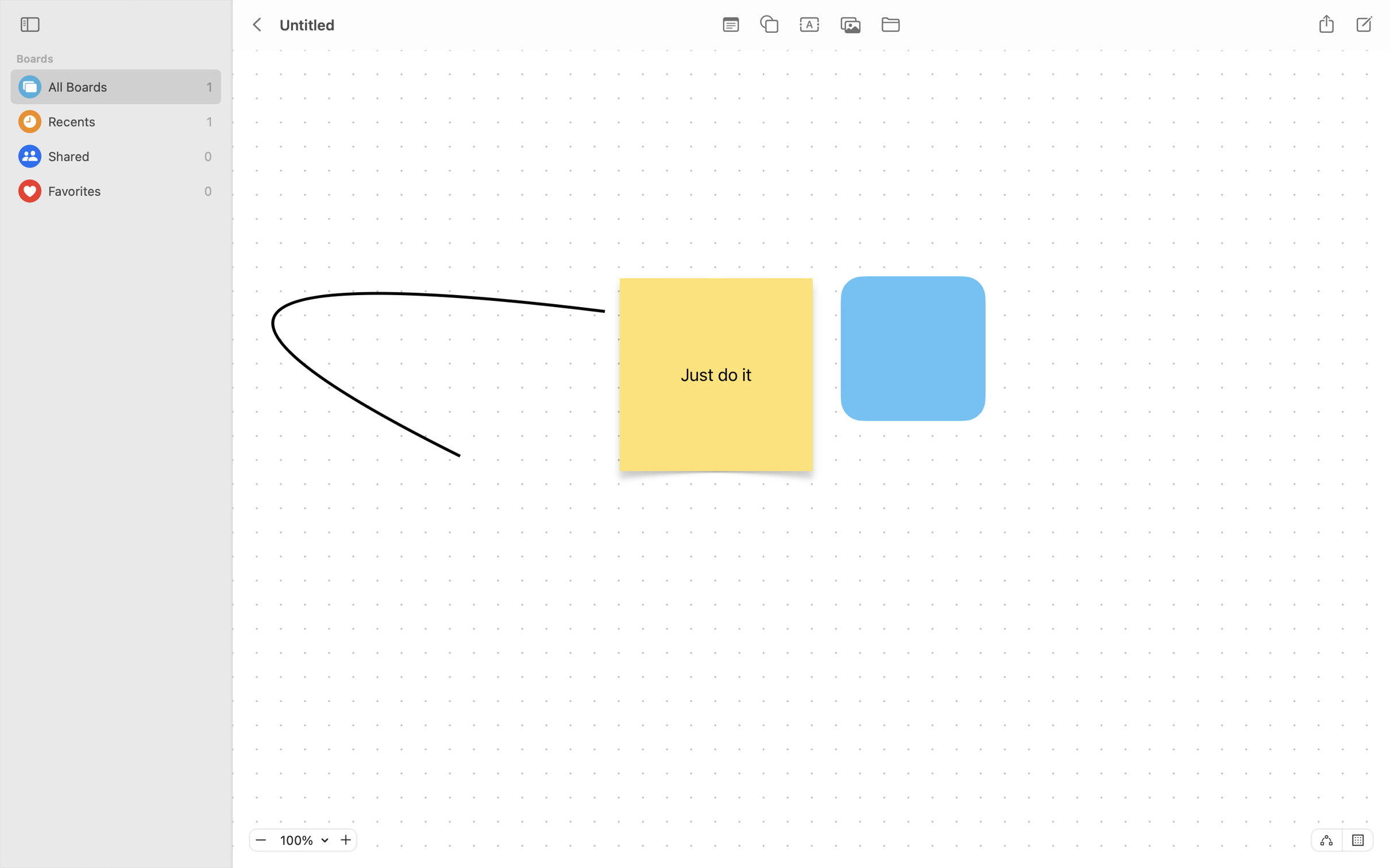 The width and height of the screenshot is (1390, 868). Describe the element at coordinates (123, 191) in the screenshot. I see `'Favorites'` at that location.